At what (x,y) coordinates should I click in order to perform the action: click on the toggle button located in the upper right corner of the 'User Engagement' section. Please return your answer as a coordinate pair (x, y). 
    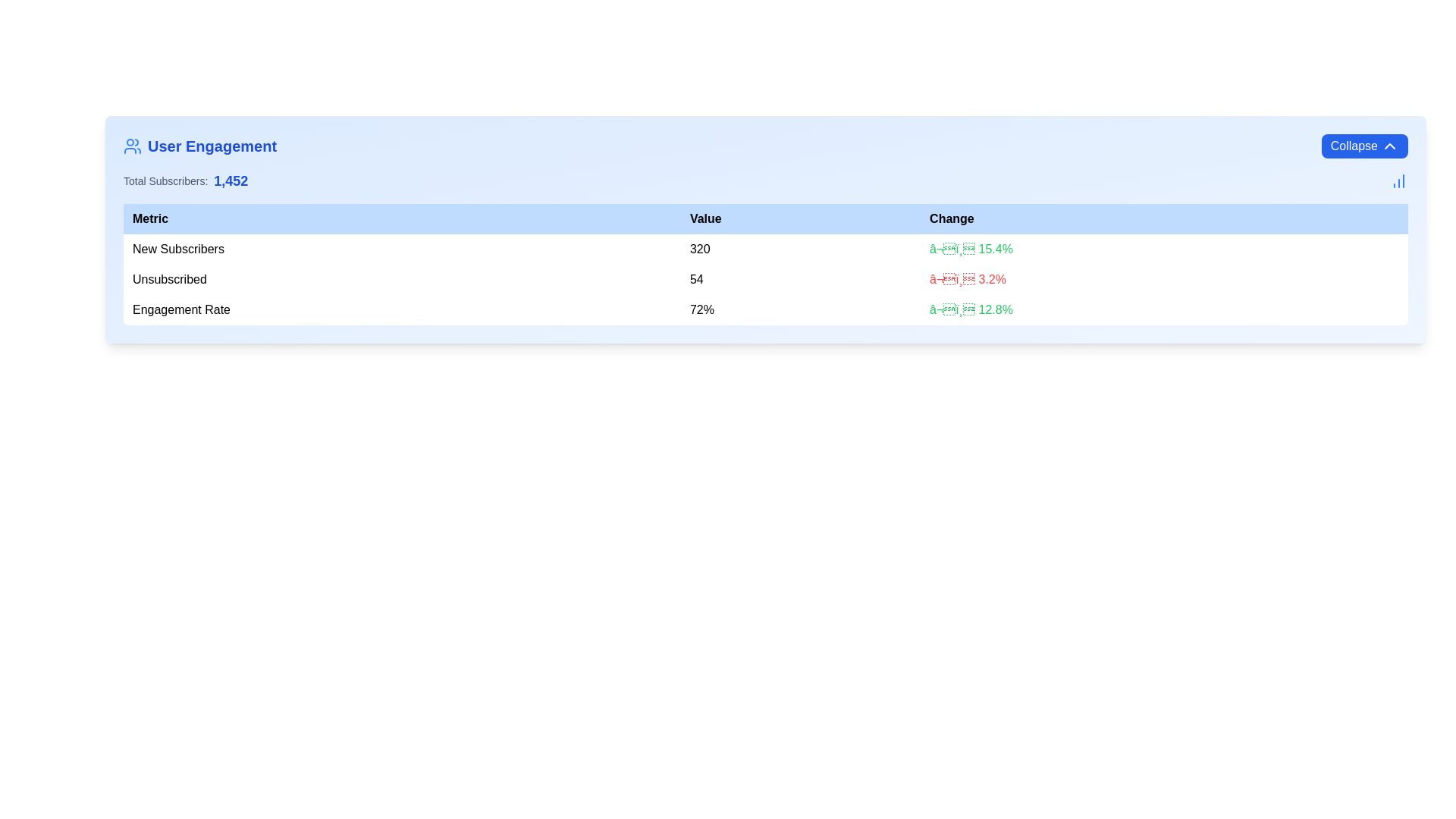
    Looking at the image, I should click on (1364, 146).